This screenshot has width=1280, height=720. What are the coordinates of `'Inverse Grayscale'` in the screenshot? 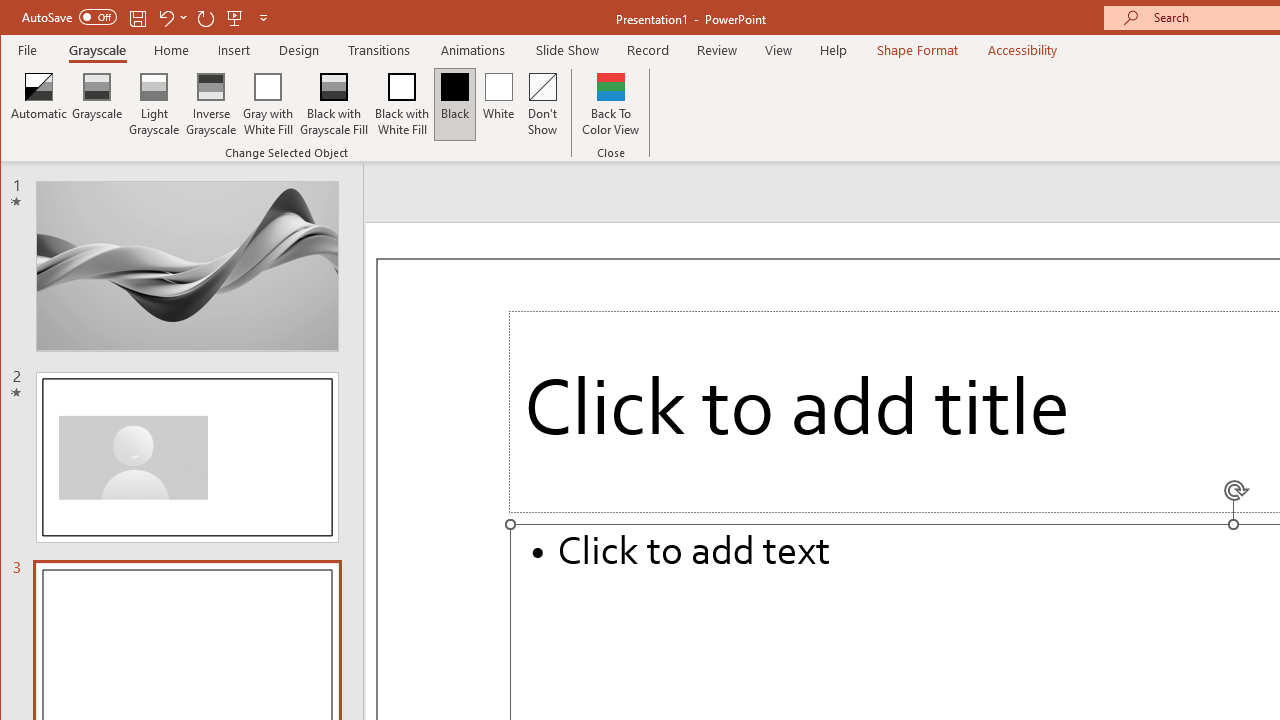 It's located at (211, 104).